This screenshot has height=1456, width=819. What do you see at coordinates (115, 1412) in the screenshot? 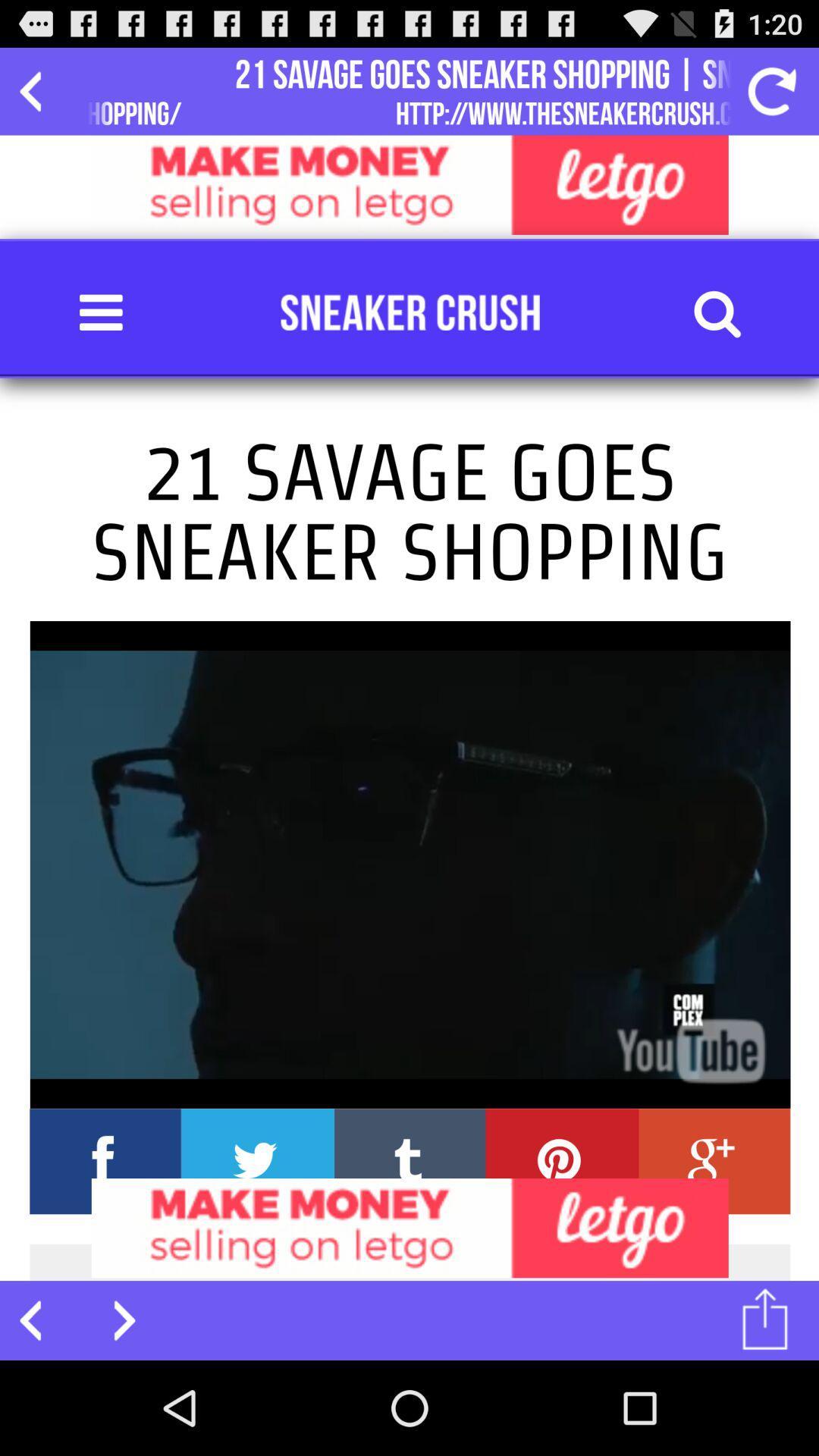
I see `the arrow_forward icon` at bounding box center [115, 1412].